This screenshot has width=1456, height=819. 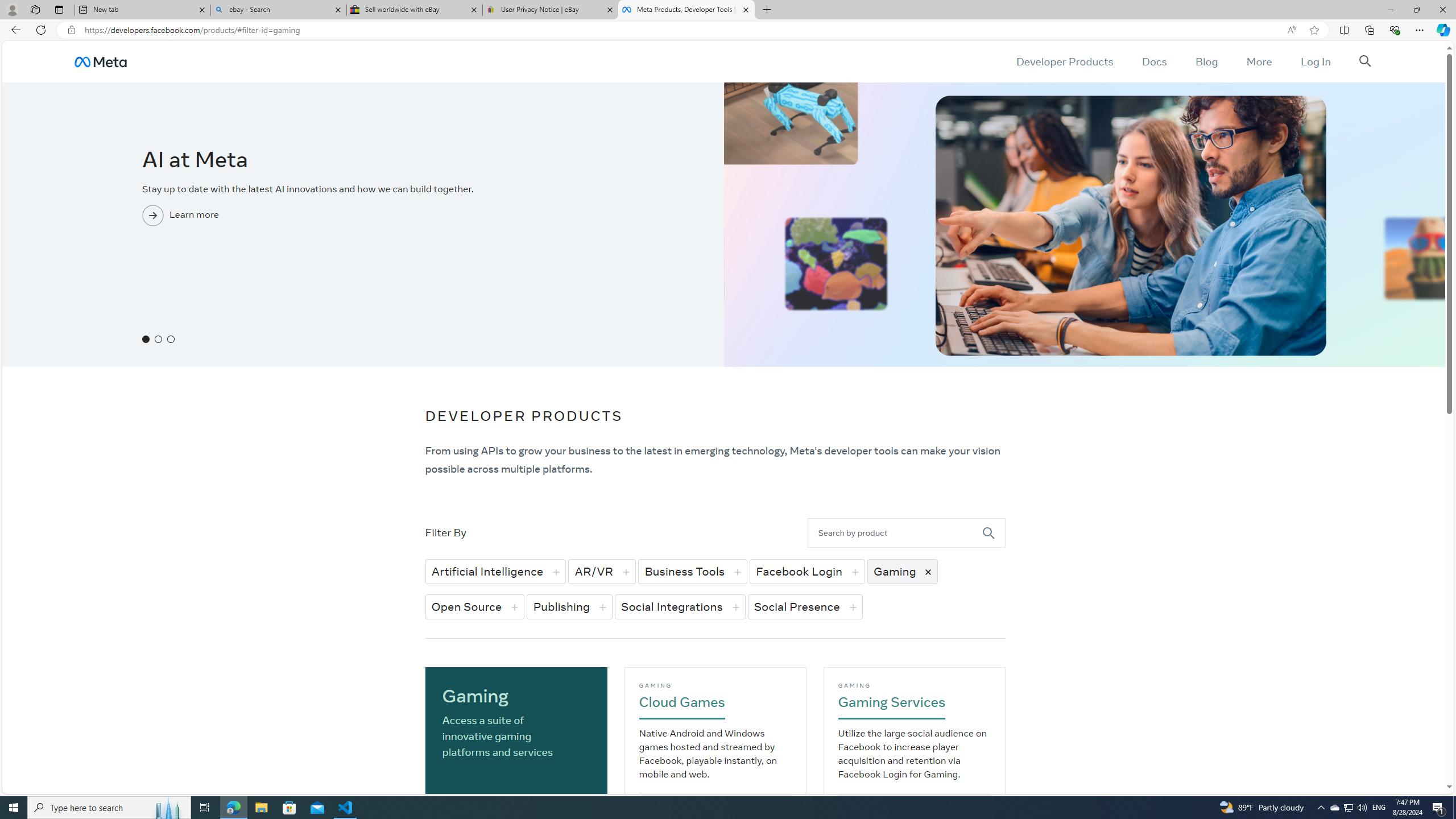 What do you see at coordinates (146, 338) in the screenshot?
I see `'Show slide 1'` at bounding box center [146, 338].